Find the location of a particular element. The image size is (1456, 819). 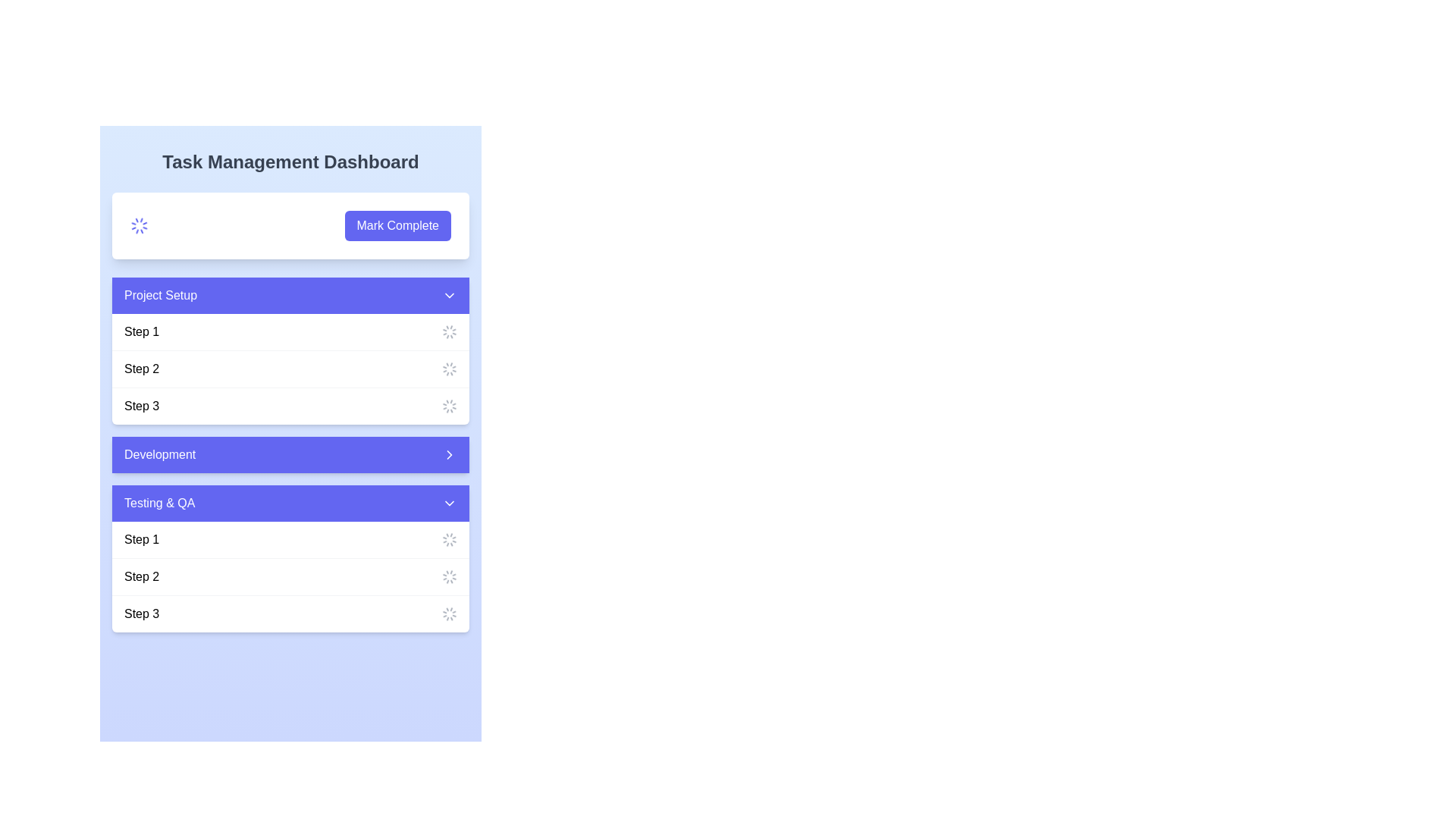

the navigation button located below the 'Project Setup' section and above the 'Testing & QA' section is located at coordinates (290, 454).